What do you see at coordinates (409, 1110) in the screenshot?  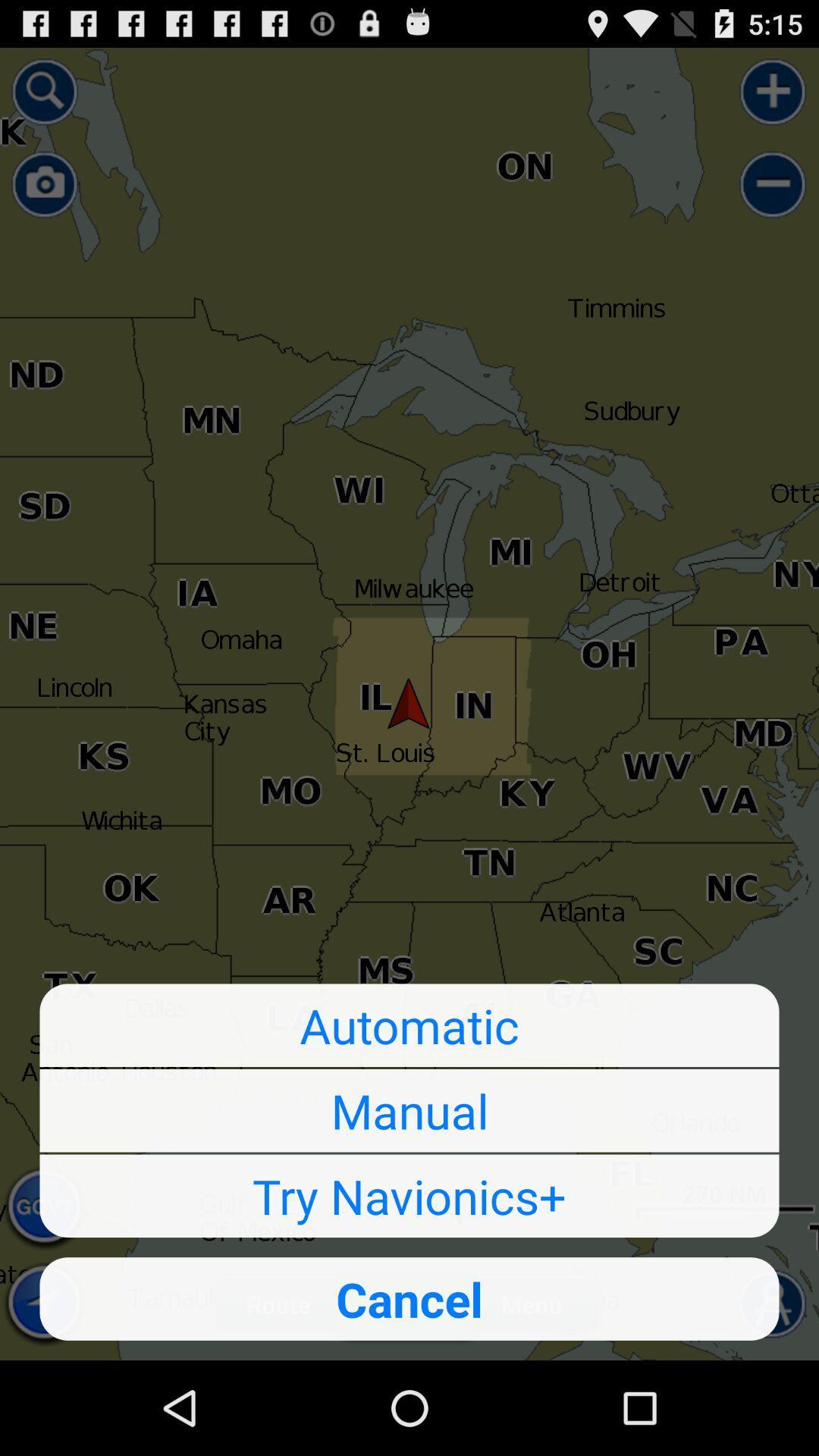 I see `icon above the try navionics+ button` at bounding box center [409, 1110].